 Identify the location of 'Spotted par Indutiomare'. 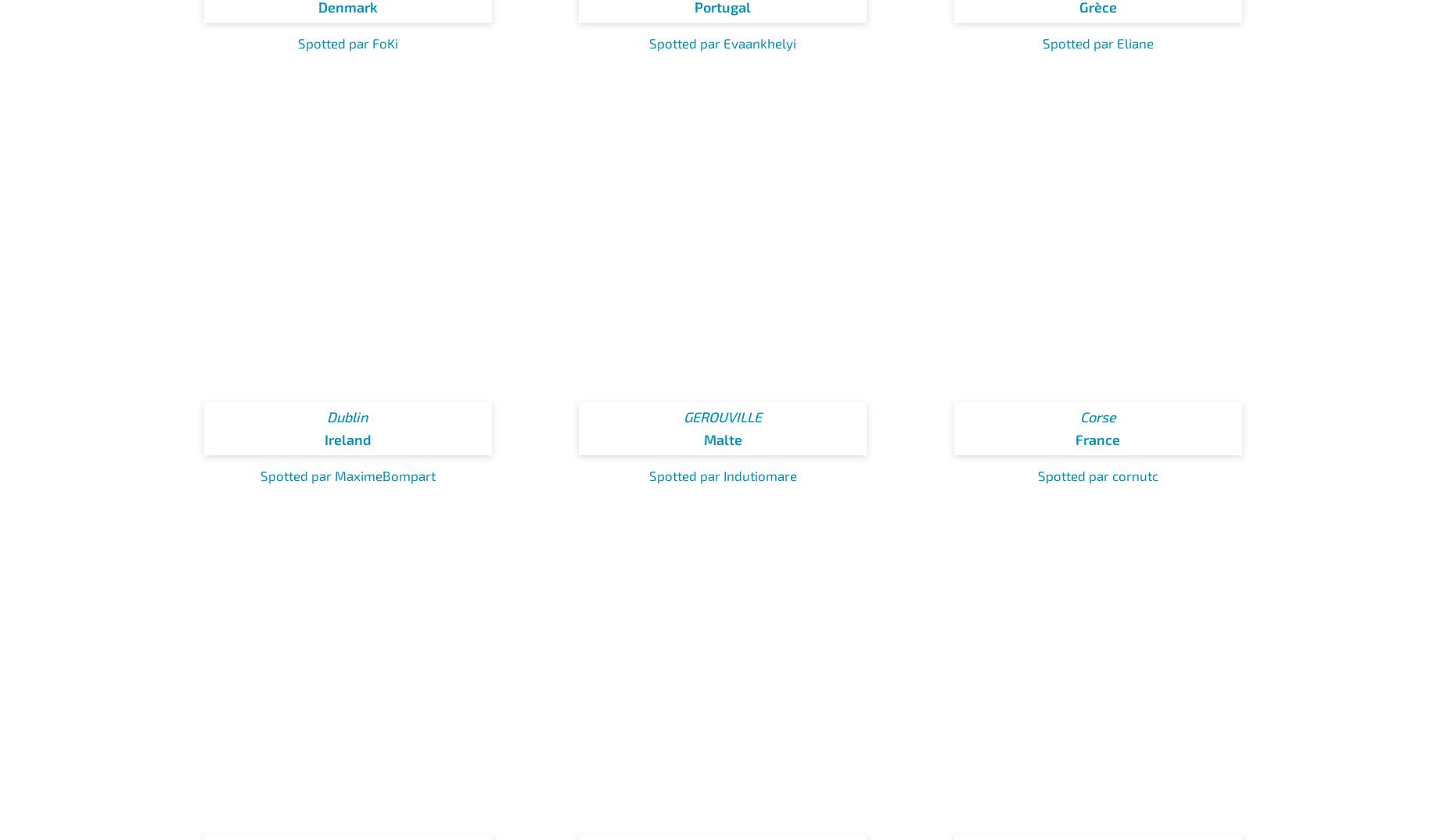
(722, 475).